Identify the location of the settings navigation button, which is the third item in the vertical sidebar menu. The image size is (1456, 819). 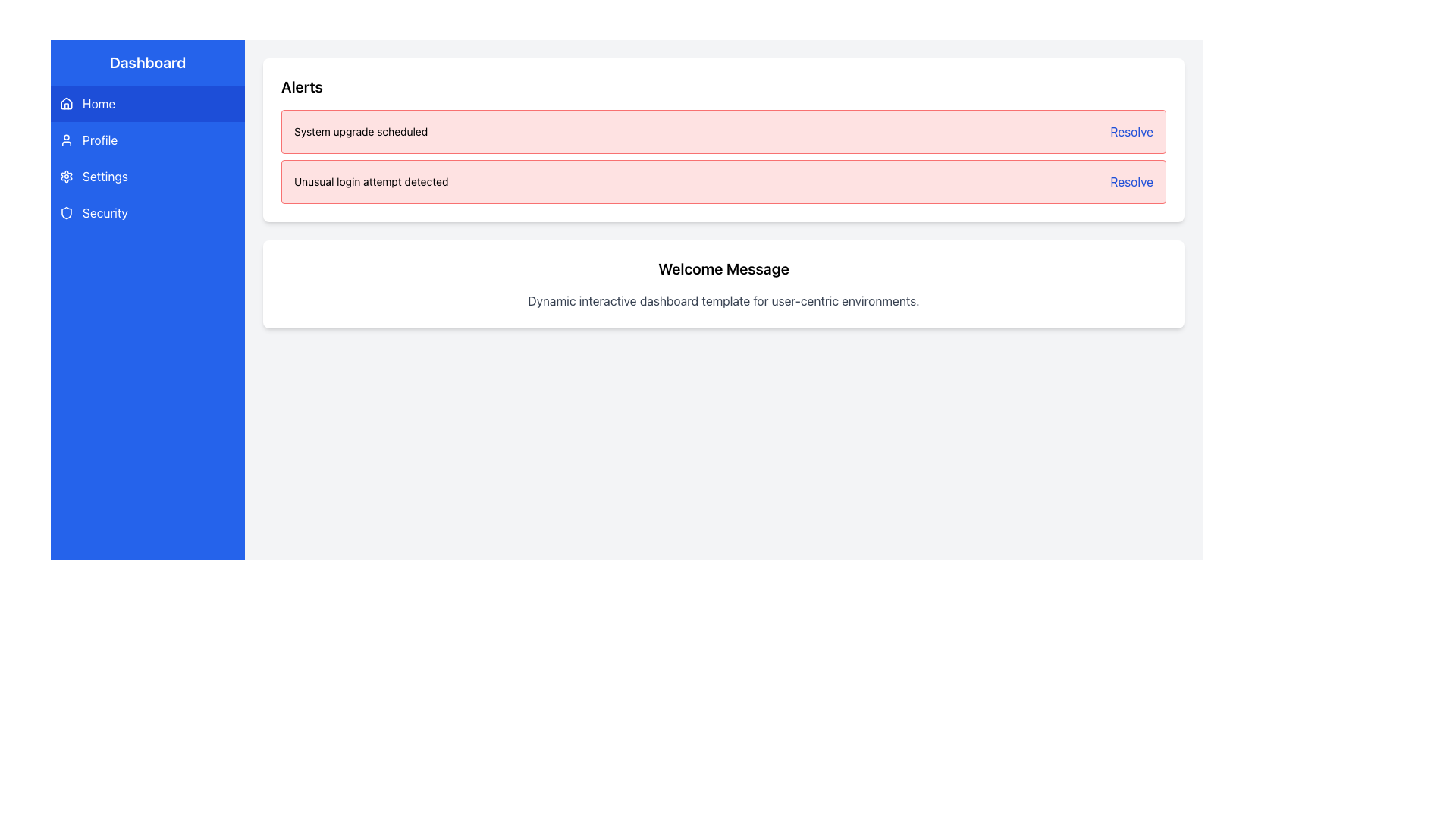
(148, 175).